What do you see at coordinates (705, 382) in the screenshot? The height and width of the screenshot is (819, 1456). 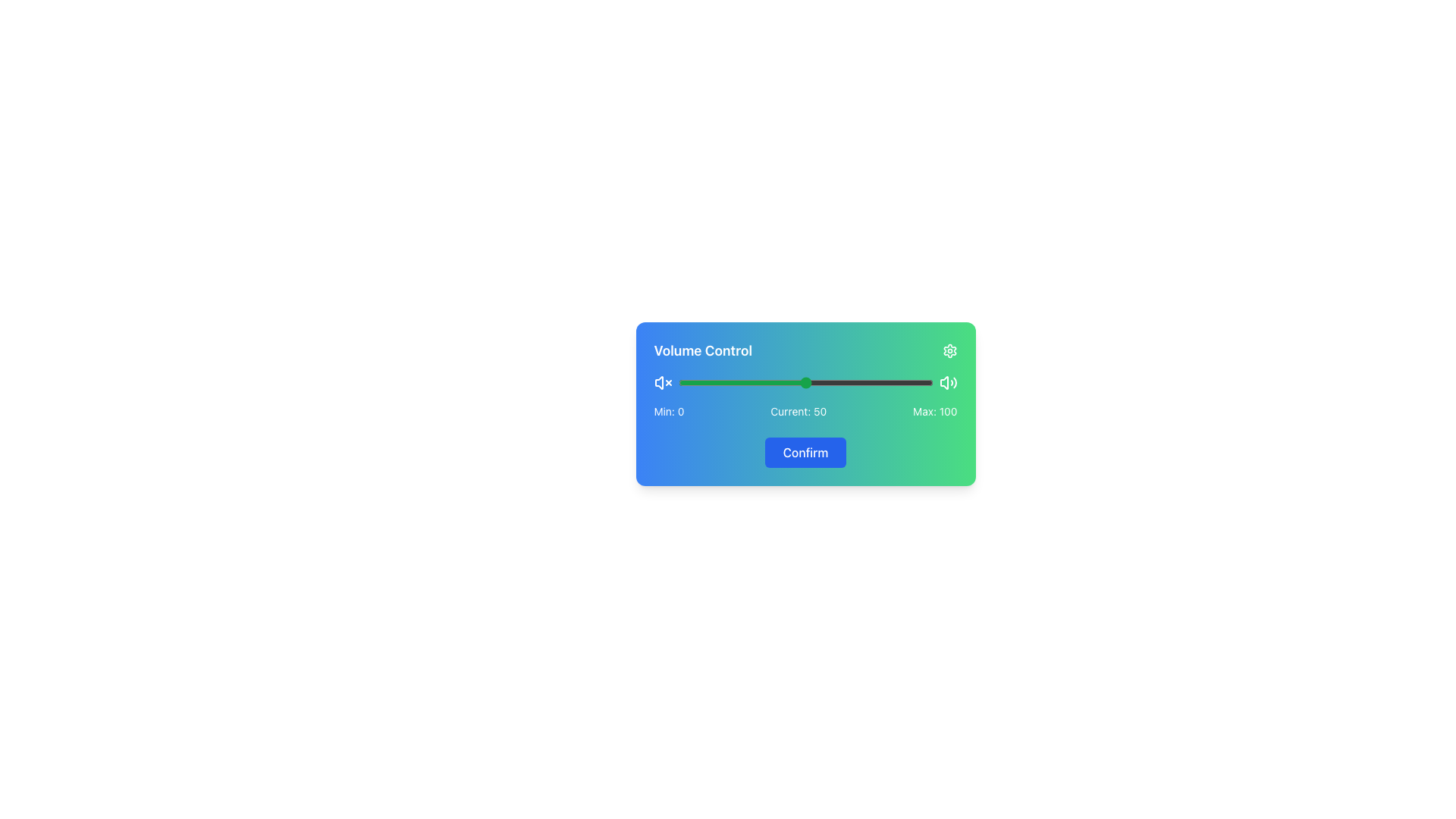 I see `the volume` at bounding box center [705, 382].